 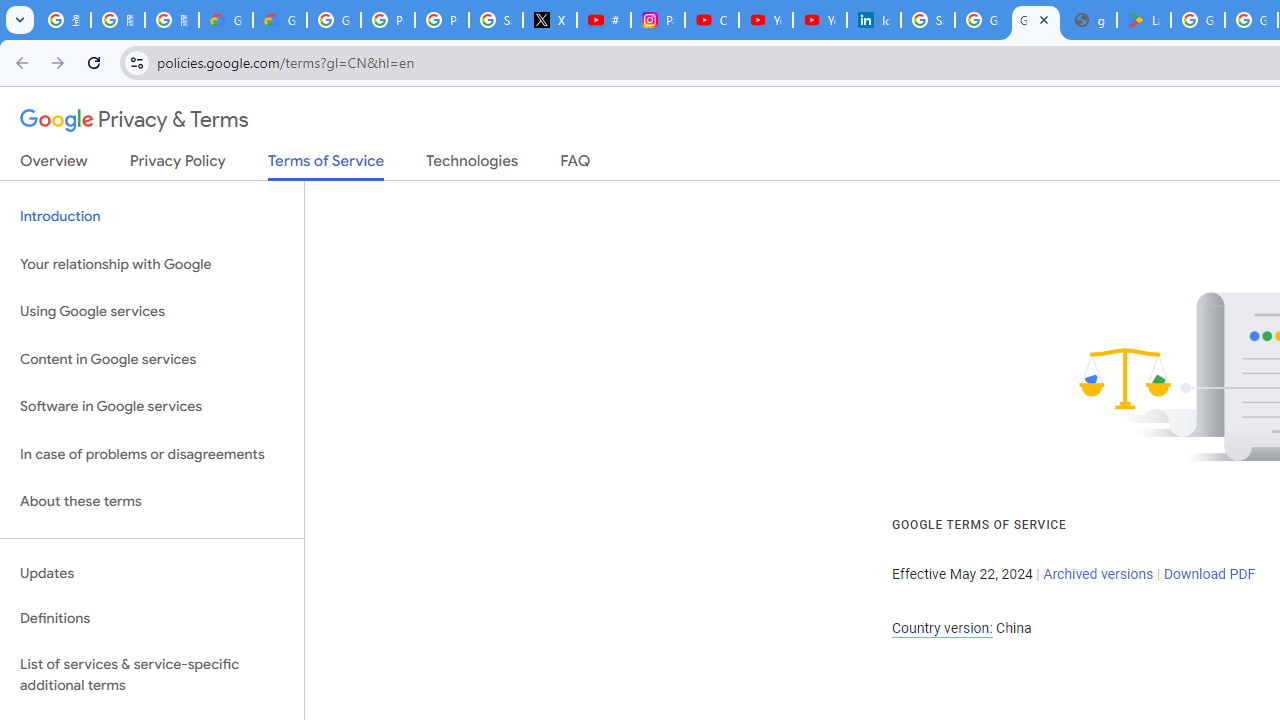 I want to click on 'Your relationship with Google', so click(x=151, y=263).